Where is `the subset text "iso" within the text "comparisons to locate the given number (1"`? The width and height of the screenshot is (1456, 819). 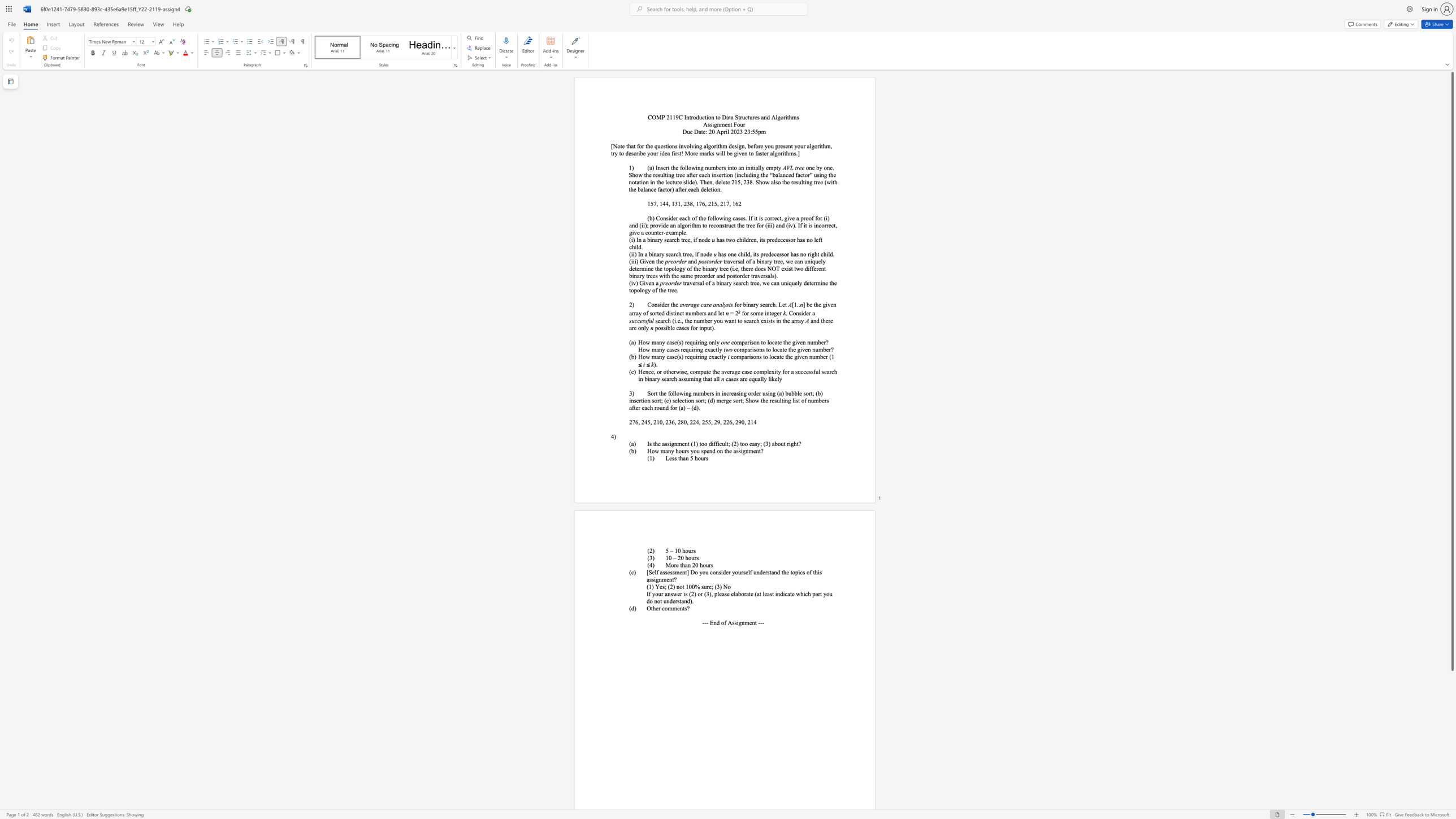
the subset text "iso" within the text "comparisons to locate the given number (1" is located at coordinates (748, 357).